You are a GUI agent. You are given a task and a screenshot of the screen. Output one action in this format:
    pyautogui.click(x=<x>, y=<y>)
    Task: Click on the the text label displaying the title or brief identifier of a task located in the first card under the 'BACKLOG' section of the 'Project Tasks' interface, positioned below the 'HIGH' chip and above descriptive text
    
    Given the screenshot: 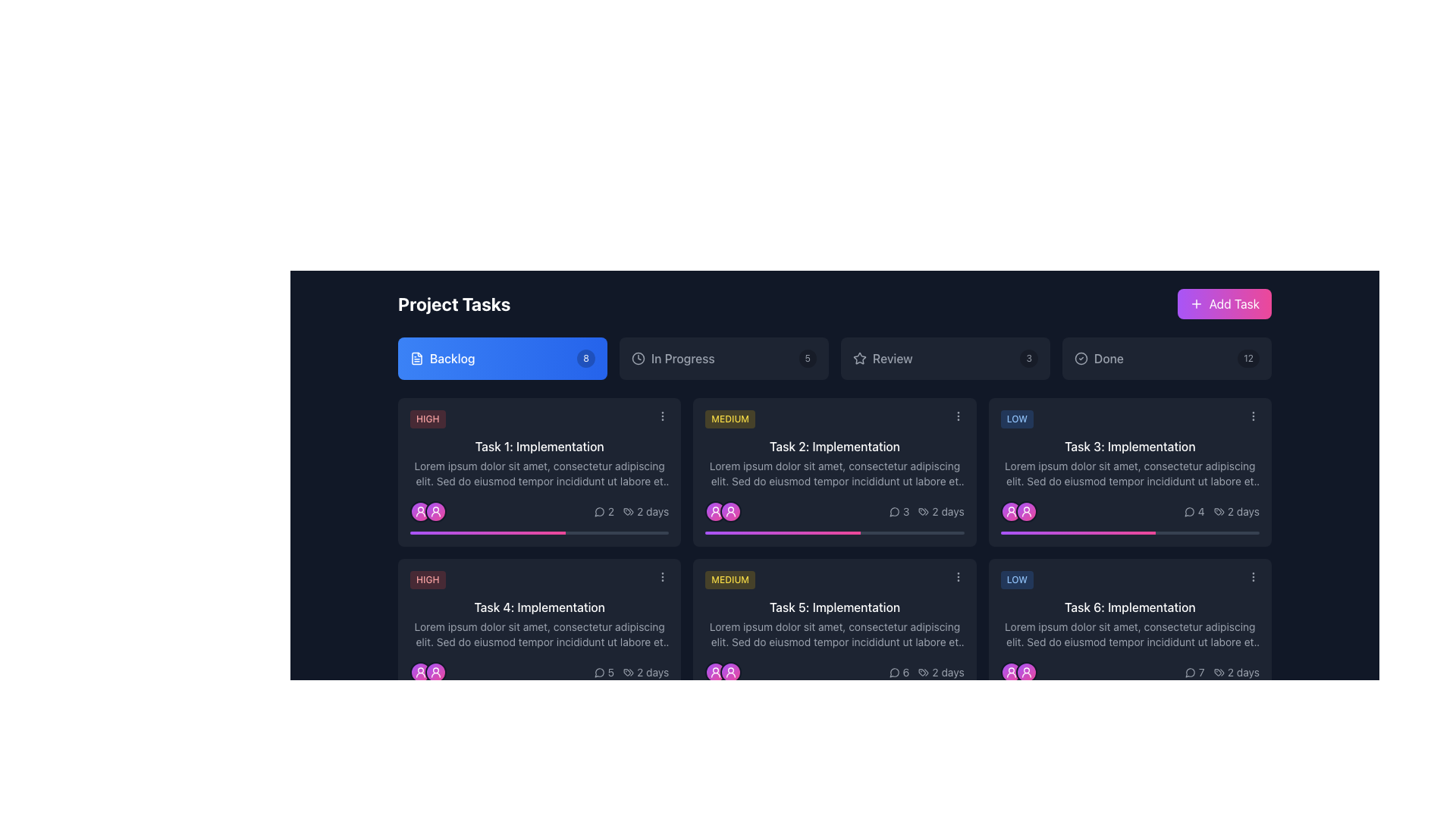 What is the action you would take?
    pyautogui.click(x=539, y=446)
    